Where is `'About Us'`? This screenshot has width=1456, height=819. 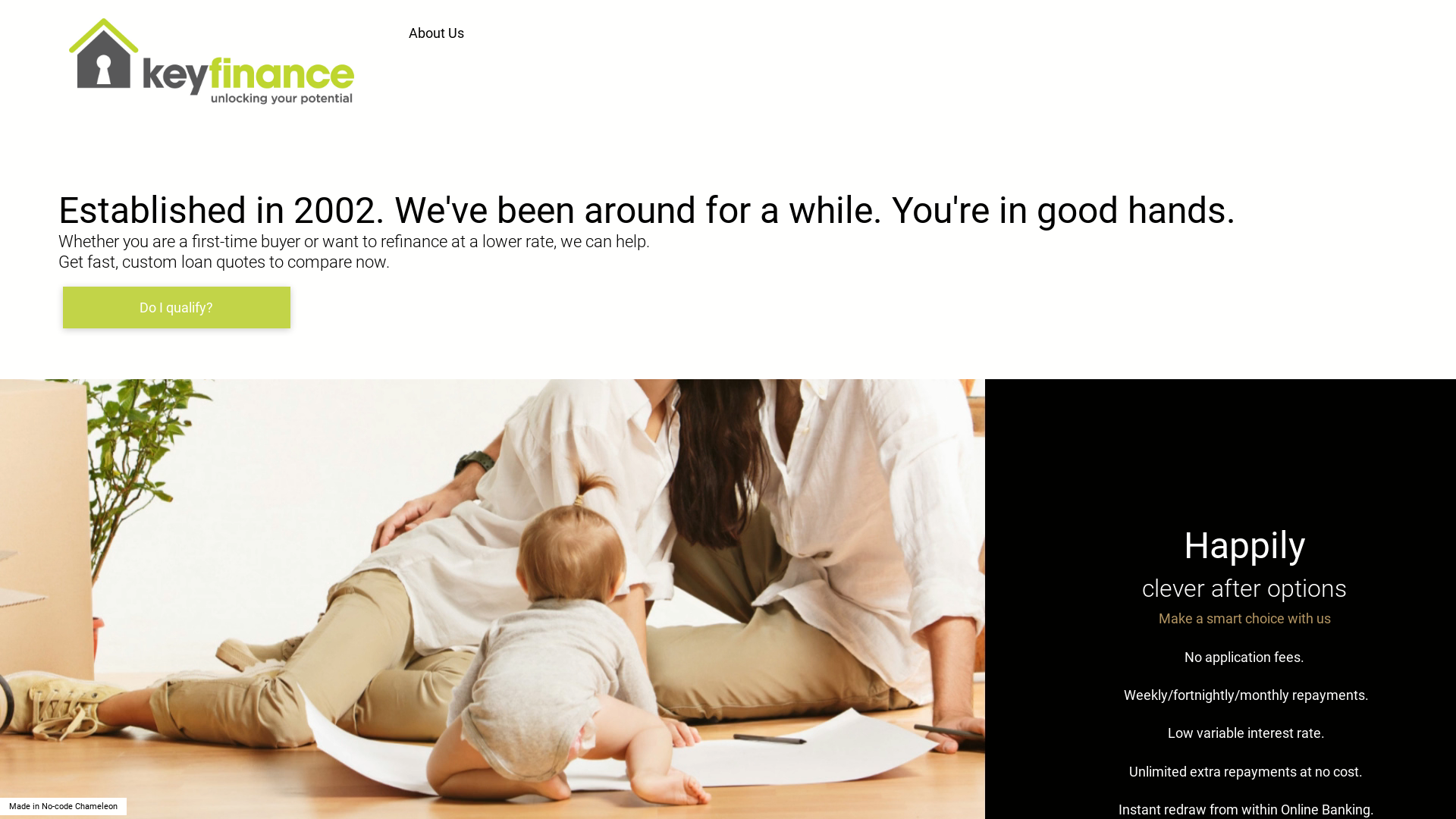
'About Us' is located at coordinates (438, 33).